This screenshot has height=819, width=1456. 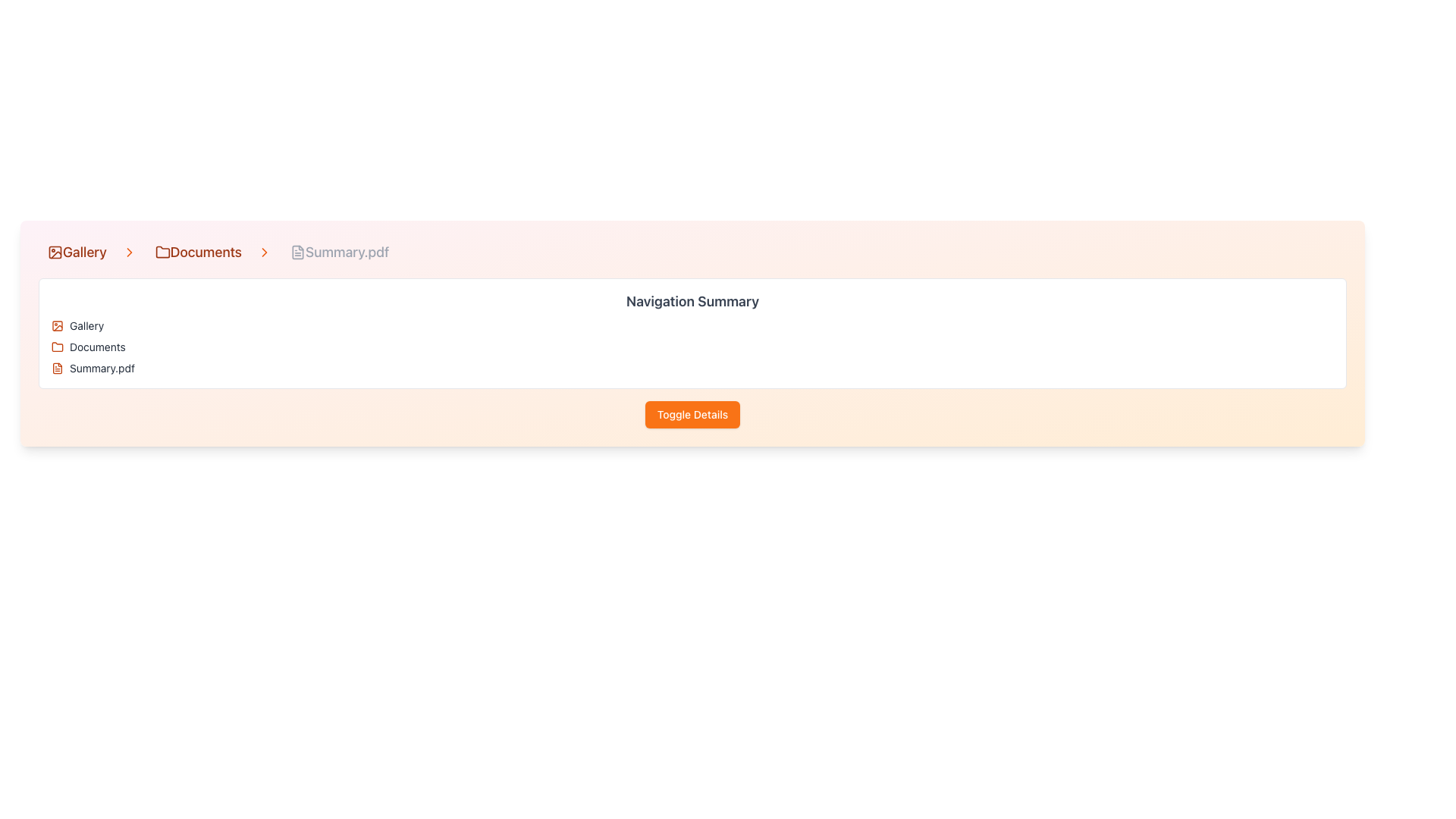 What do you see at coordinates (76, 251) in the screenshot?
I see `the navigation link at the top left of the interface that directs to the gallery section` at bounding box center [76, 251].